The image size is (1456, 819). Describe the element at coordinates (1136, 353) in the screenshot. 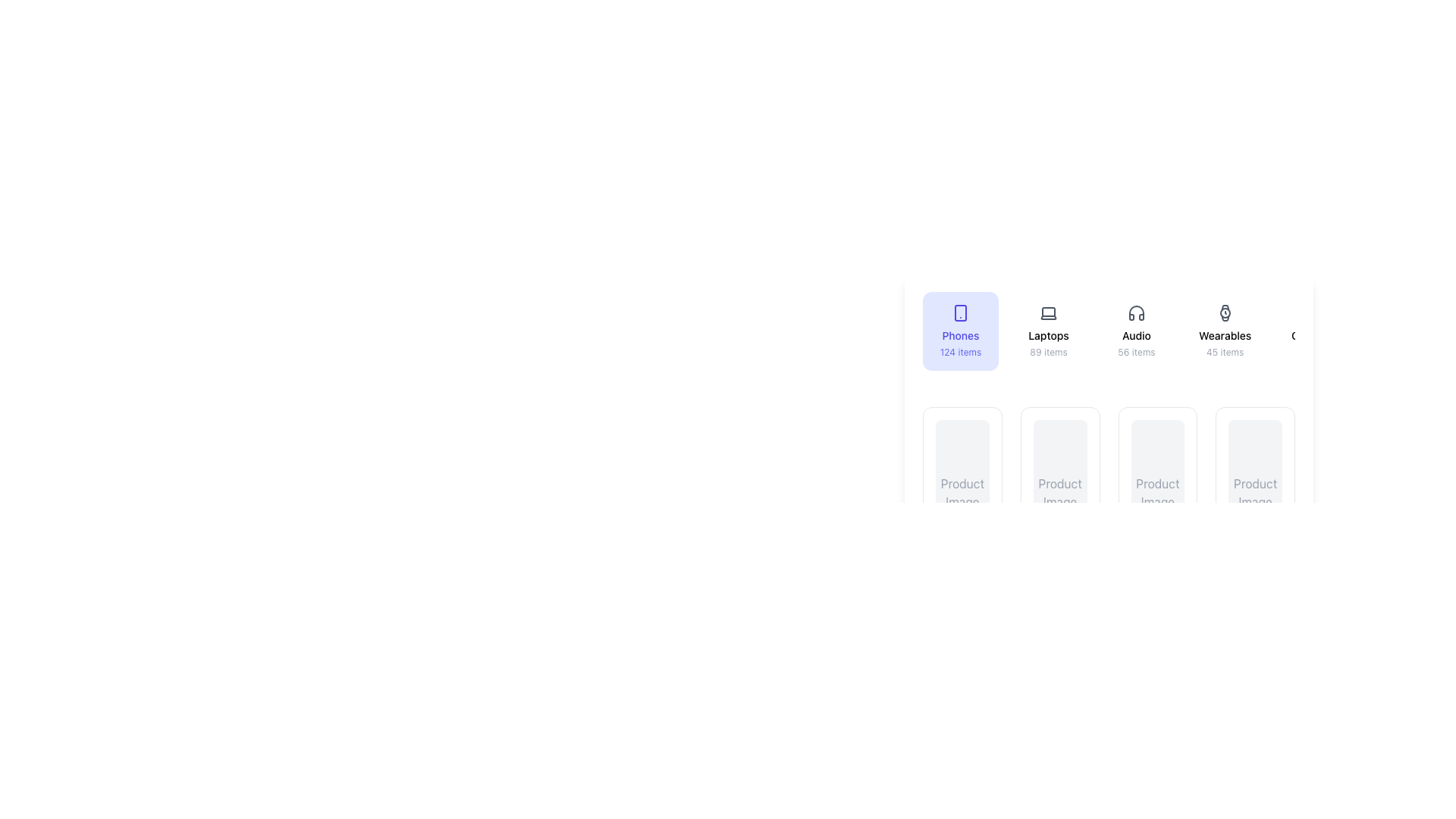

I see `the static text label providing information about the 'Audio' category, which is located beneath the 'Audio' title in the header navigation row` at that location.